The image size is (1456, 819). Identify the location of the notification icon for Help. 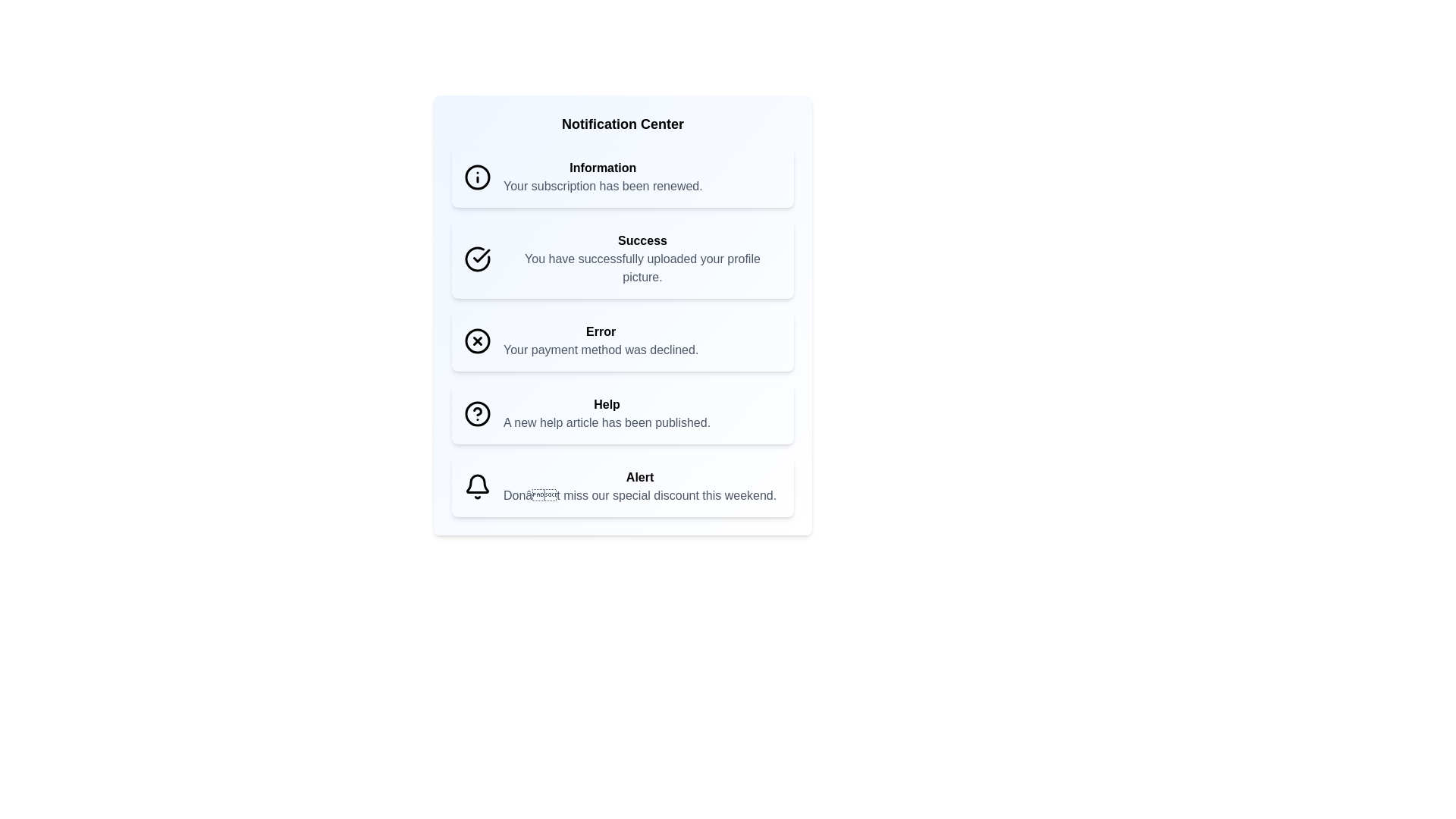
(476, 414).